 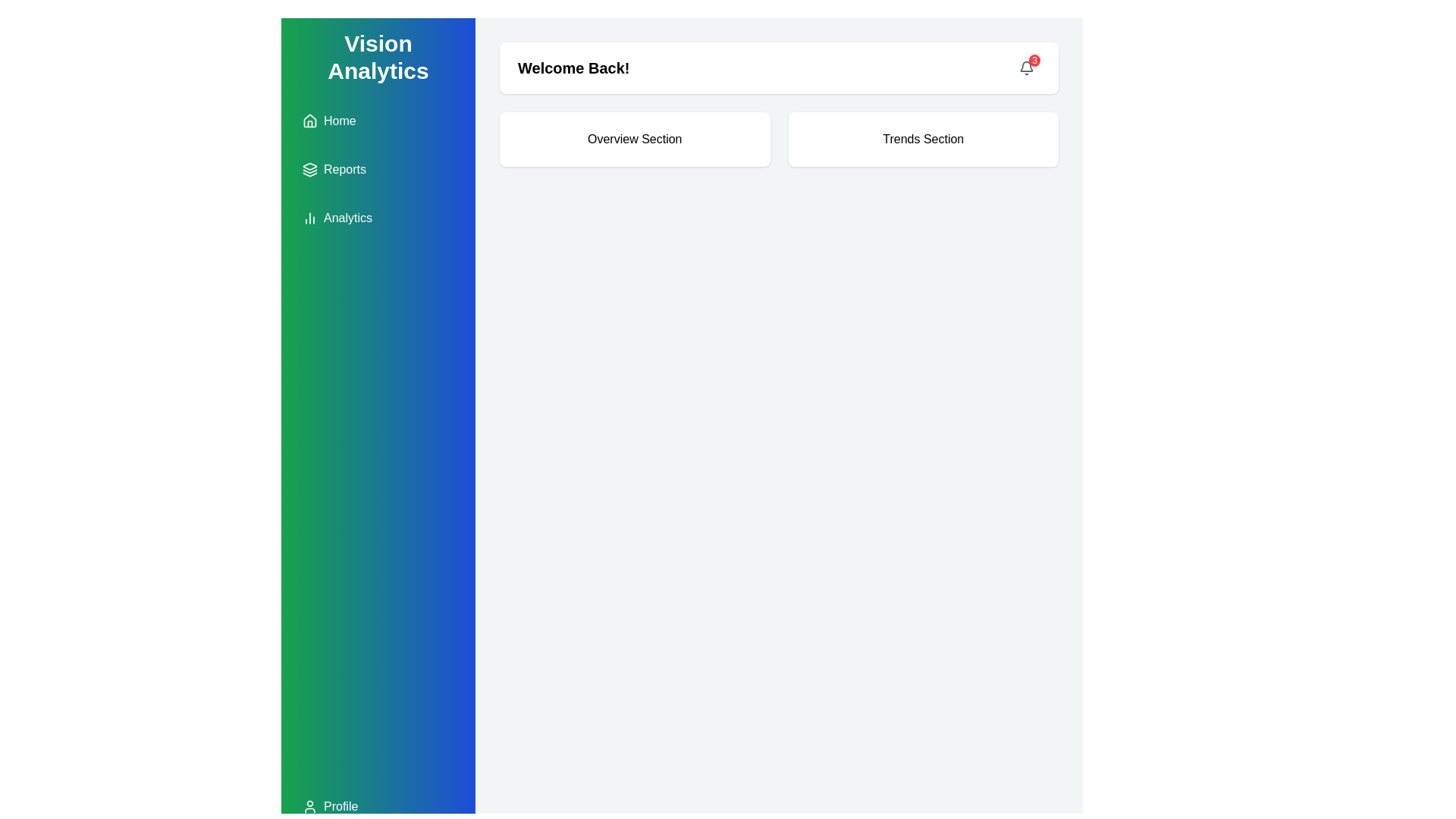 I want to click on the bar chart icon located in the sidebar menu next to the text 'Analytics', so click(x=309, y=218).